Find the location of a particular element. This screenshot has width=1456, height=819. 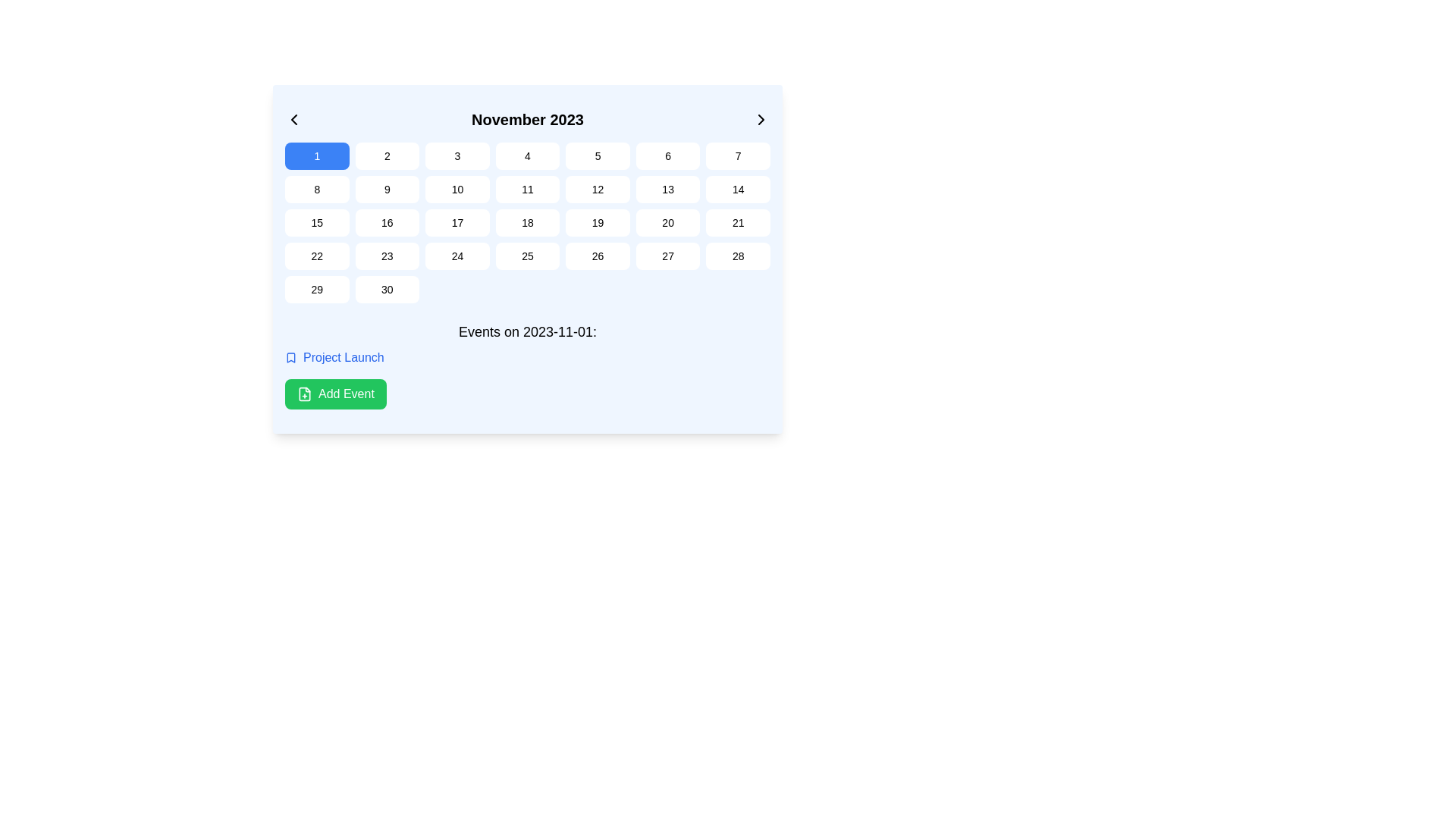

the small rectangular button displaying the number '21' with a white background and black text is located at coordinates (738, 222).